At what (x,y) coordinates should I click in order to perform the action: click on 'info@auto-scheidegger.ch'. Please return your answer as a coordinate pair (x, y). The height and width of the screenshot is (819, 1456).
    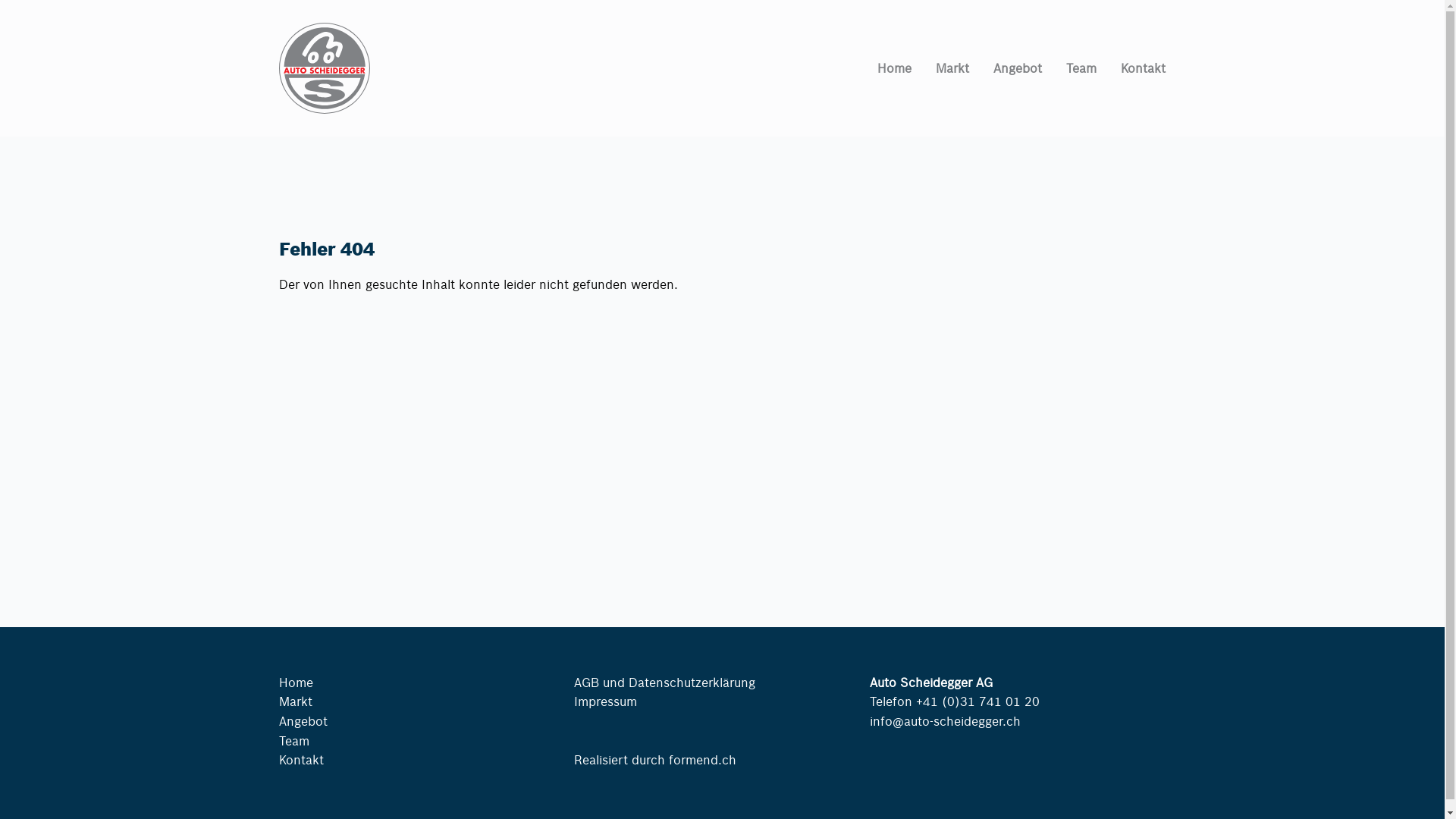
    Looking at the image, I should click on (944, 720).